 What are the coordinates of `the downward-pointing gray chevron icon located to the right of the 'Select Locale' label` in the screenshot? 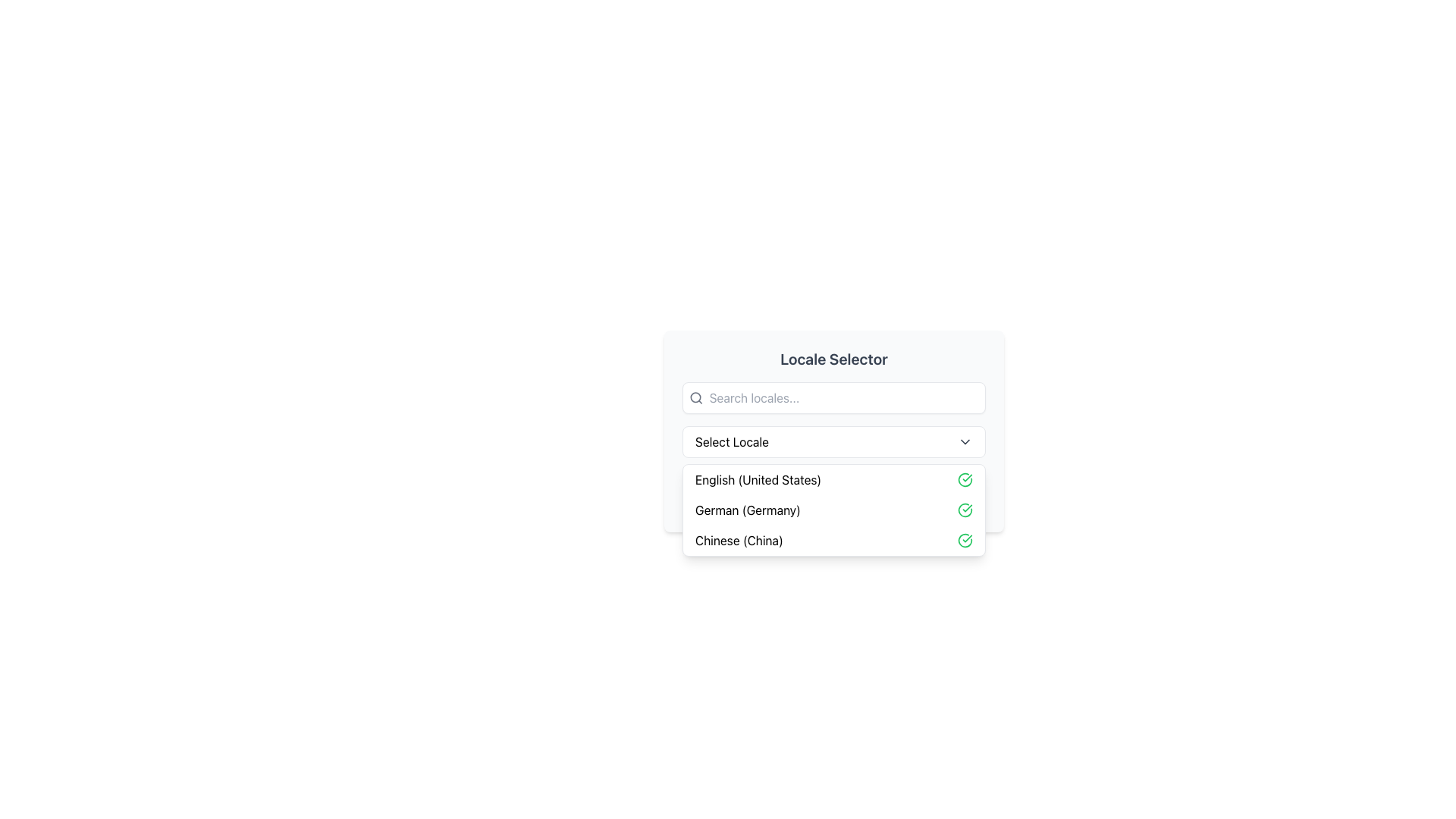 It's located at (964, 441).